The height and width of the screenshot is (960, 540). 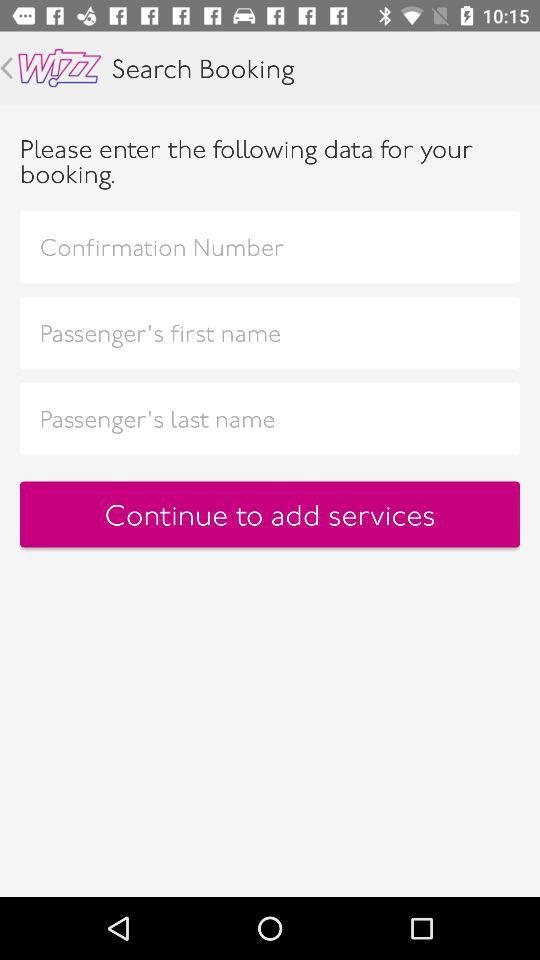 I want to click on text box passenger first name, so click(x=270, y=332).